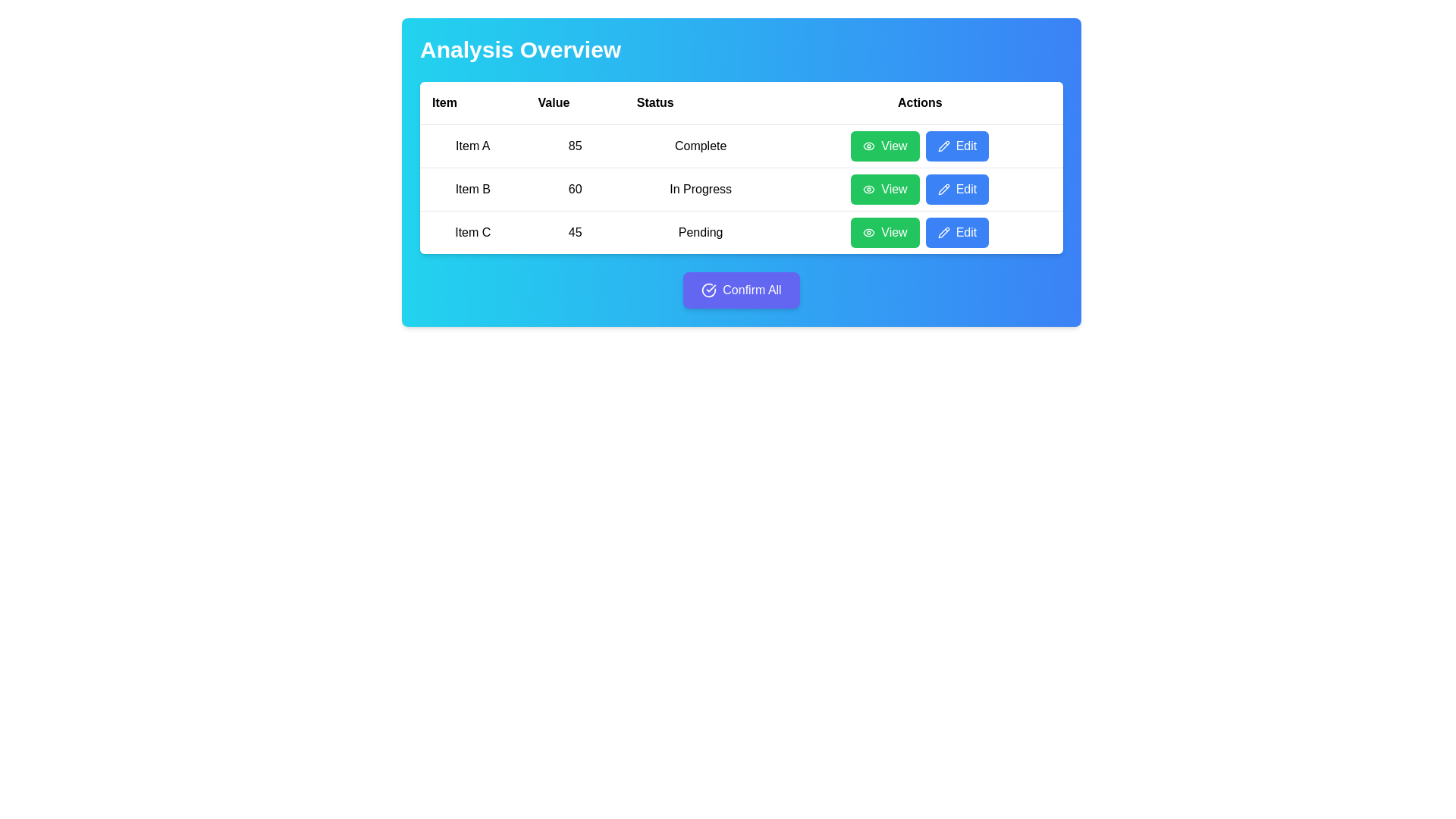 This screenshot has width=1456, height=819. I want to click on the eye icon located in the second row of the table under the 'Actions' column, so click(869, 189).